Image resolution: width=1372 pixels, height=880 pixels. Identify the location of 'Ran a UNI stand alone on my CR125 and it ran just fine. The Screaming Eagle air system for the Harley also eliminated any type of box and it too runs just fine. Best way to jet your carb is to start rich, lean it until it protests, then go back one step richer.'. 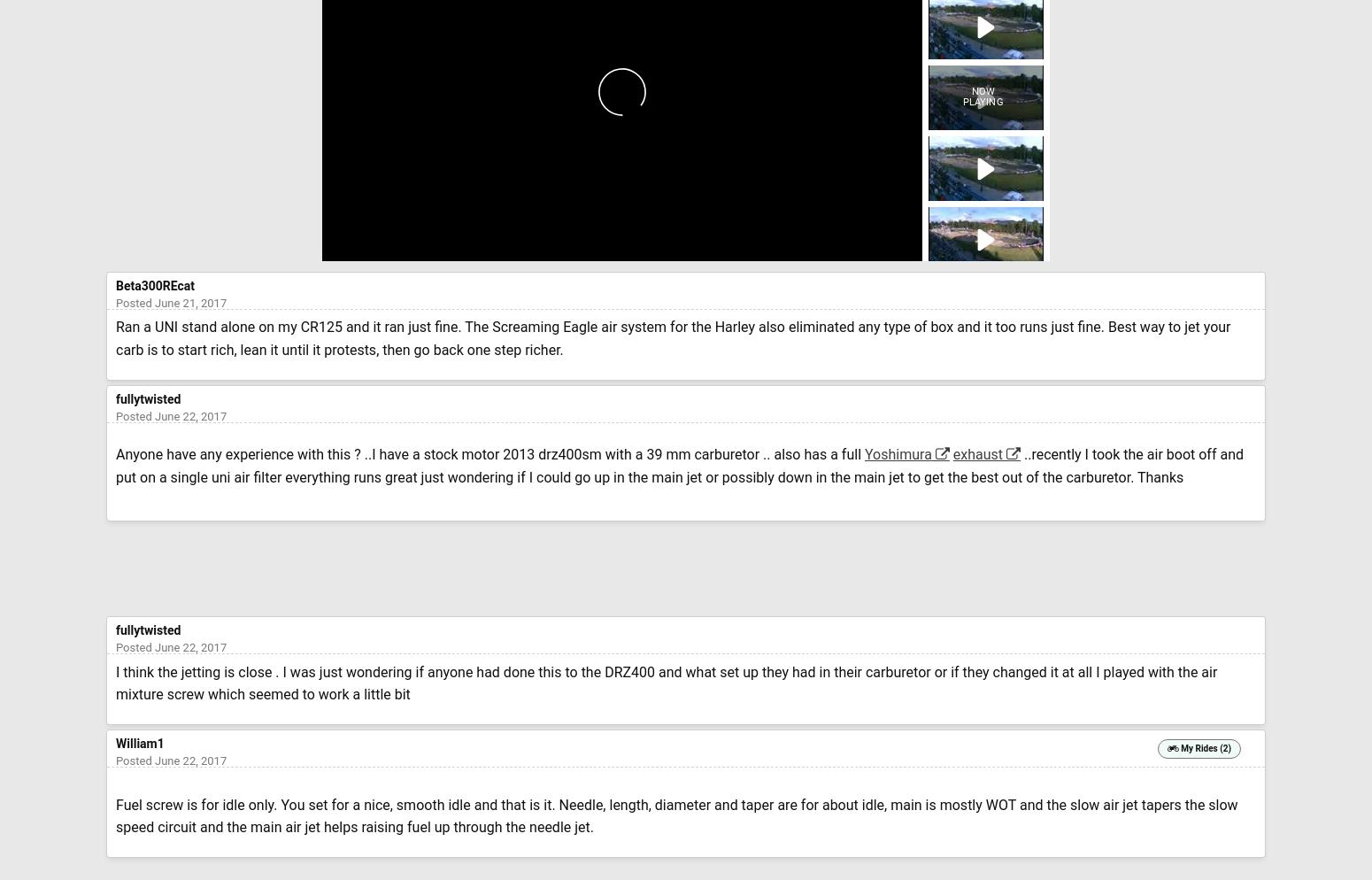
(115, 338).